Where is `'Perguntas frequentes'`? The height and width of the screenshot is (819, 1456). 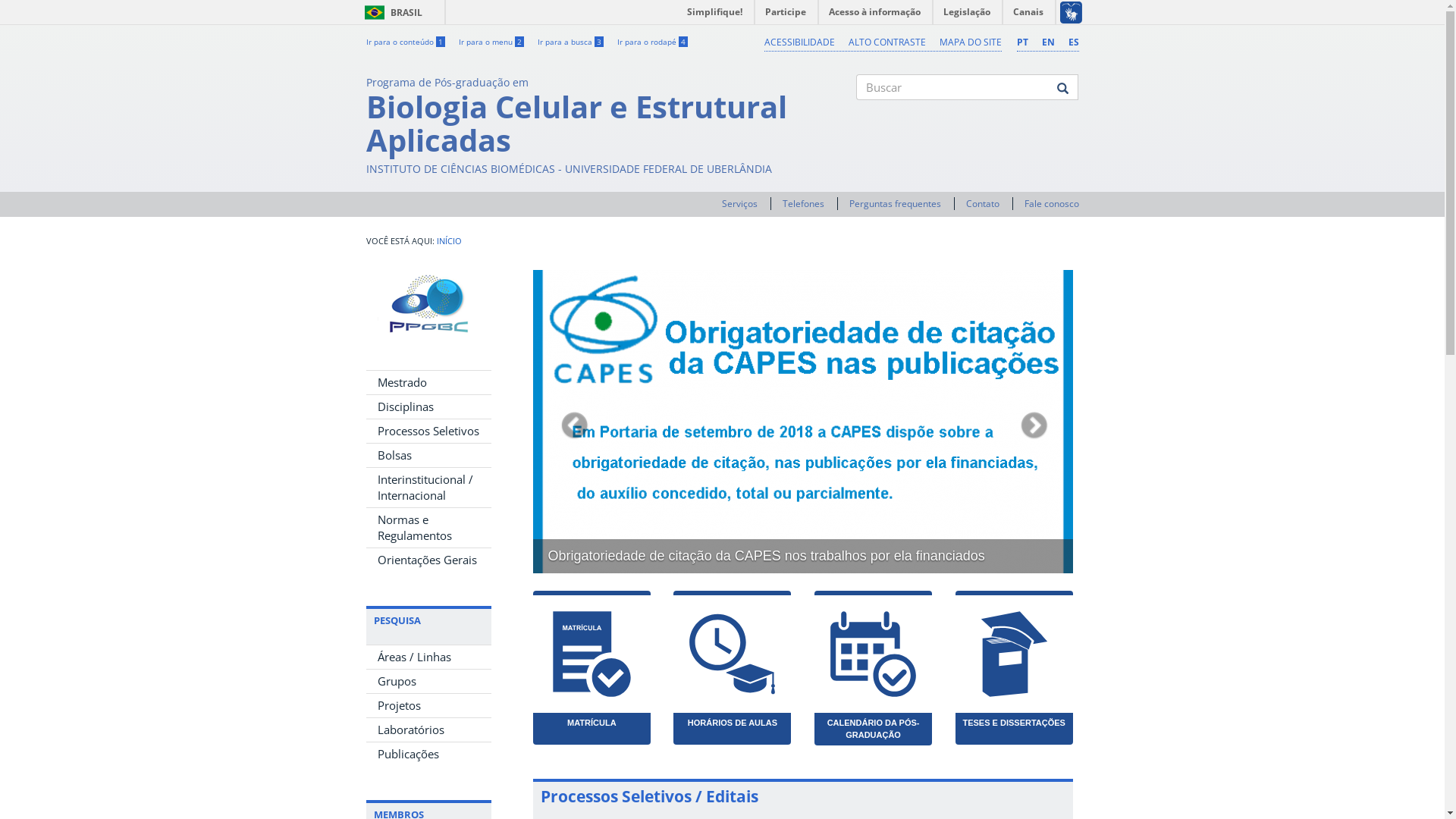
'Perguntas frequentes' is located at coordinates (848, 202).